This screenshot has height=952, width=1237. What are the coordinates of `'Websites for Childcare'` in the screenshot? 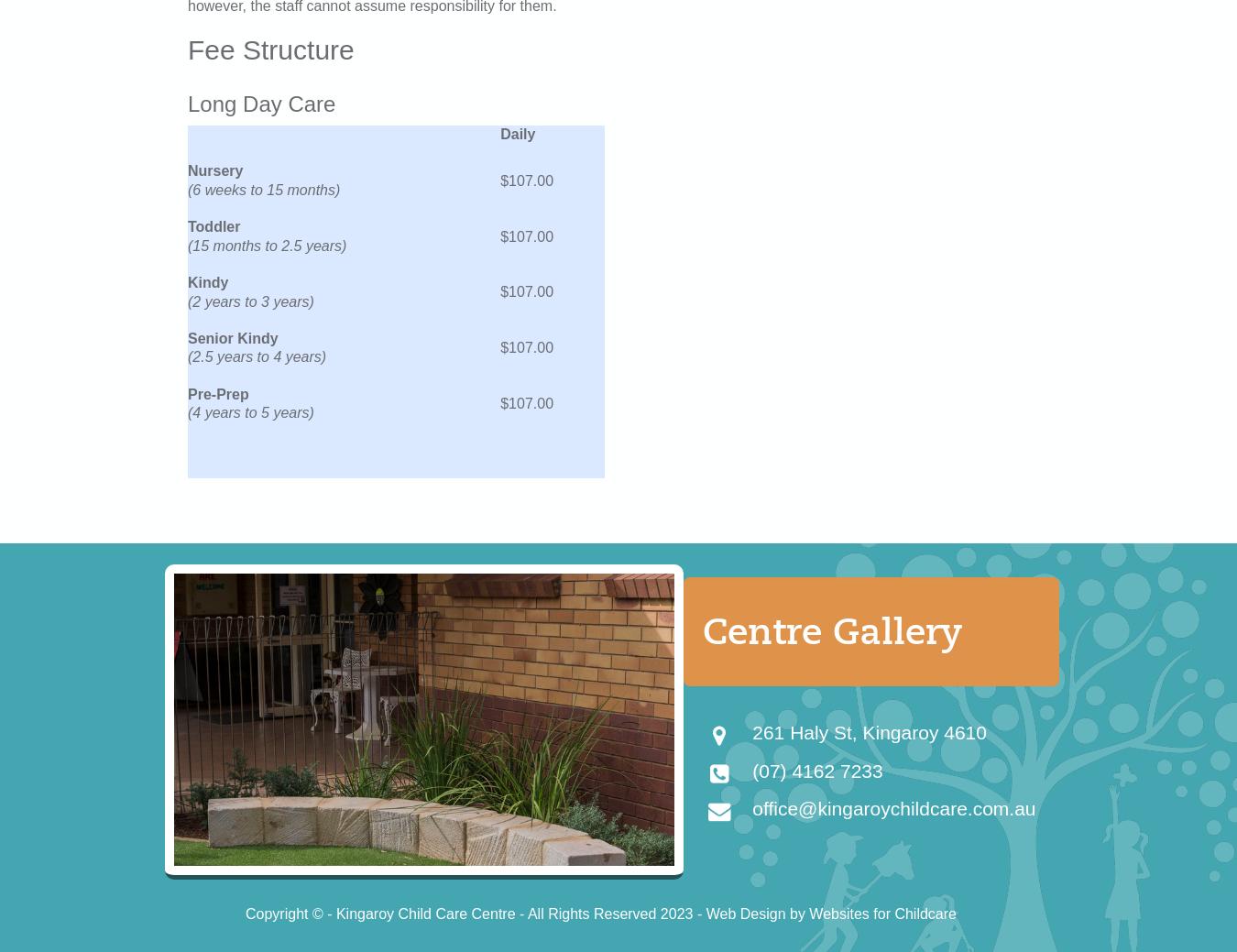 It's located at (881, 913).